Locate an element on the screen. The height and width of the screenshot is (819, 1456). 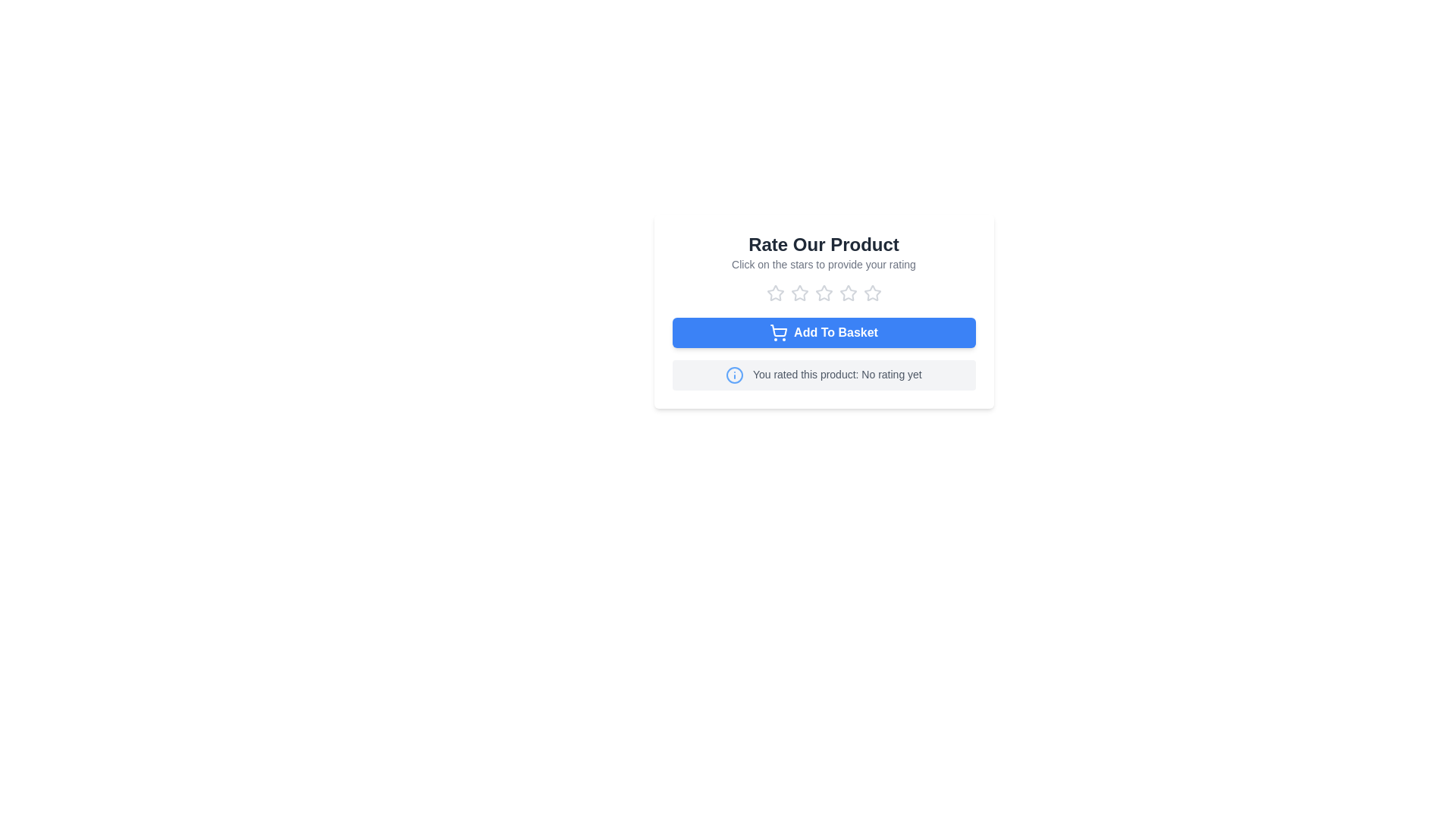
the 'Add to Basket' button located within the 'Rate Our Product' card, which provides feedback on the product's rating status is located at coordinates (823, 353).